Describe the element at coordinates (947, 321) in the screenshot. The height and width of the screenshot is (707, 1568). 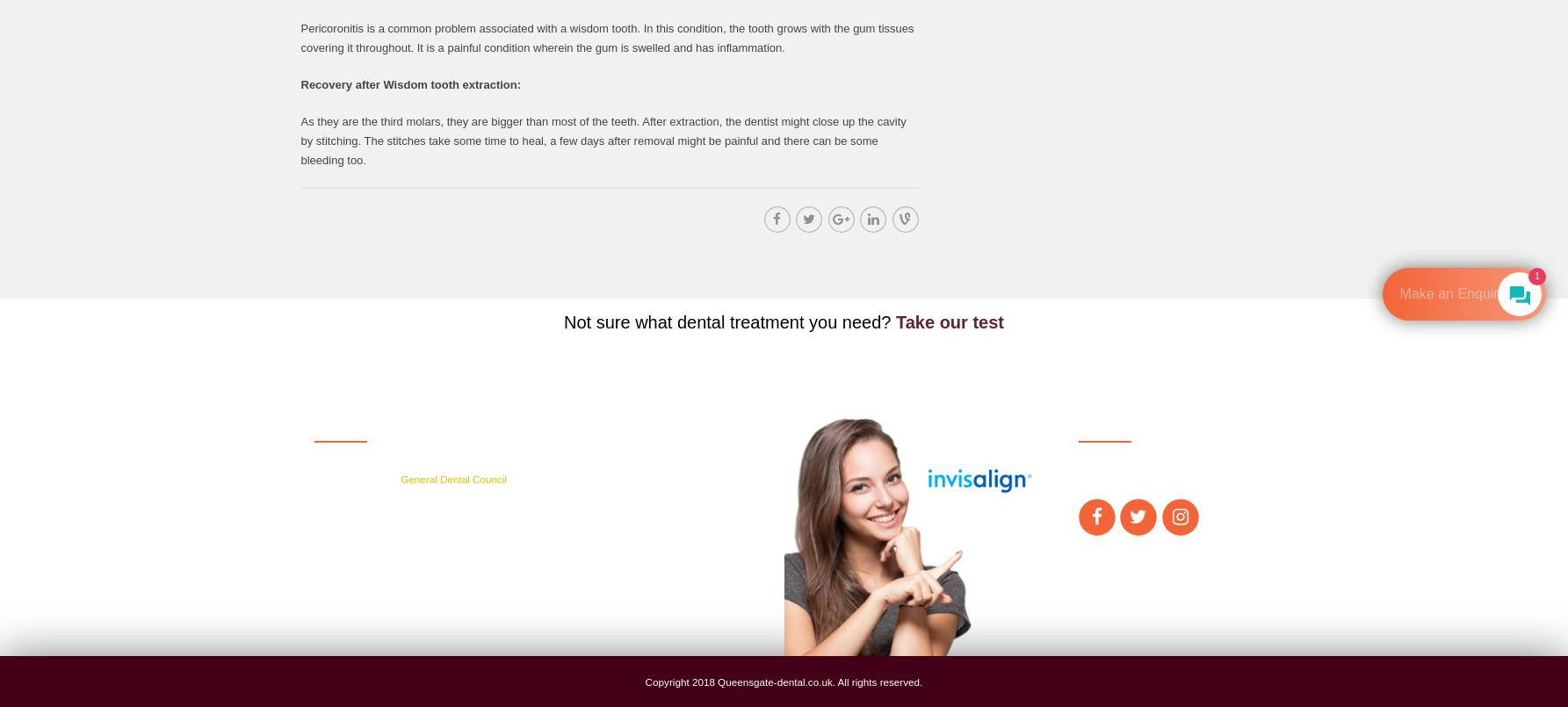
I see `'Take our test'` at that location.